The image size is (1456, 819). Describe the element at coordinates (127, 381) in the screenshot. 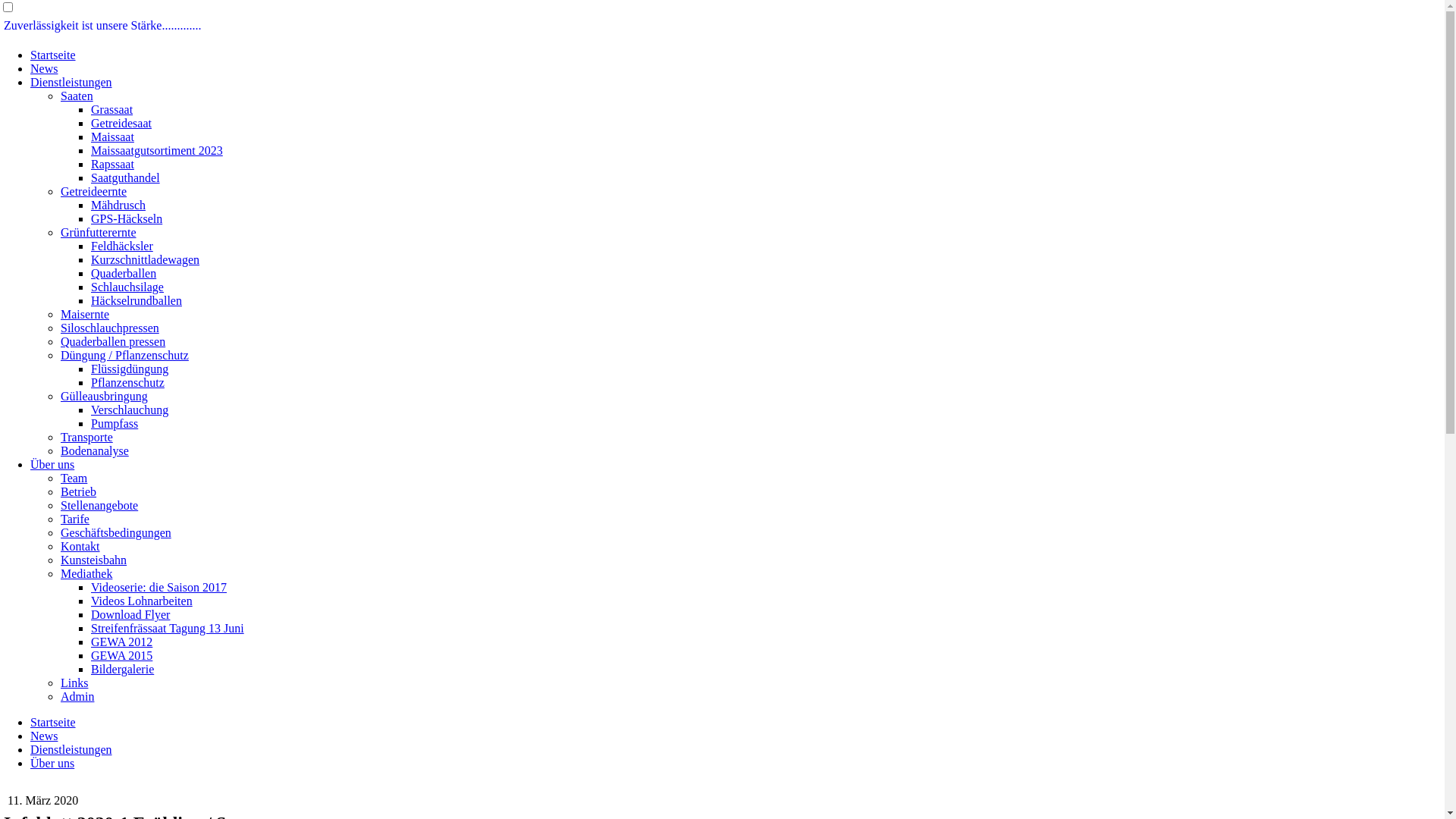

I see `'Pflanzenschutz'` at that location.